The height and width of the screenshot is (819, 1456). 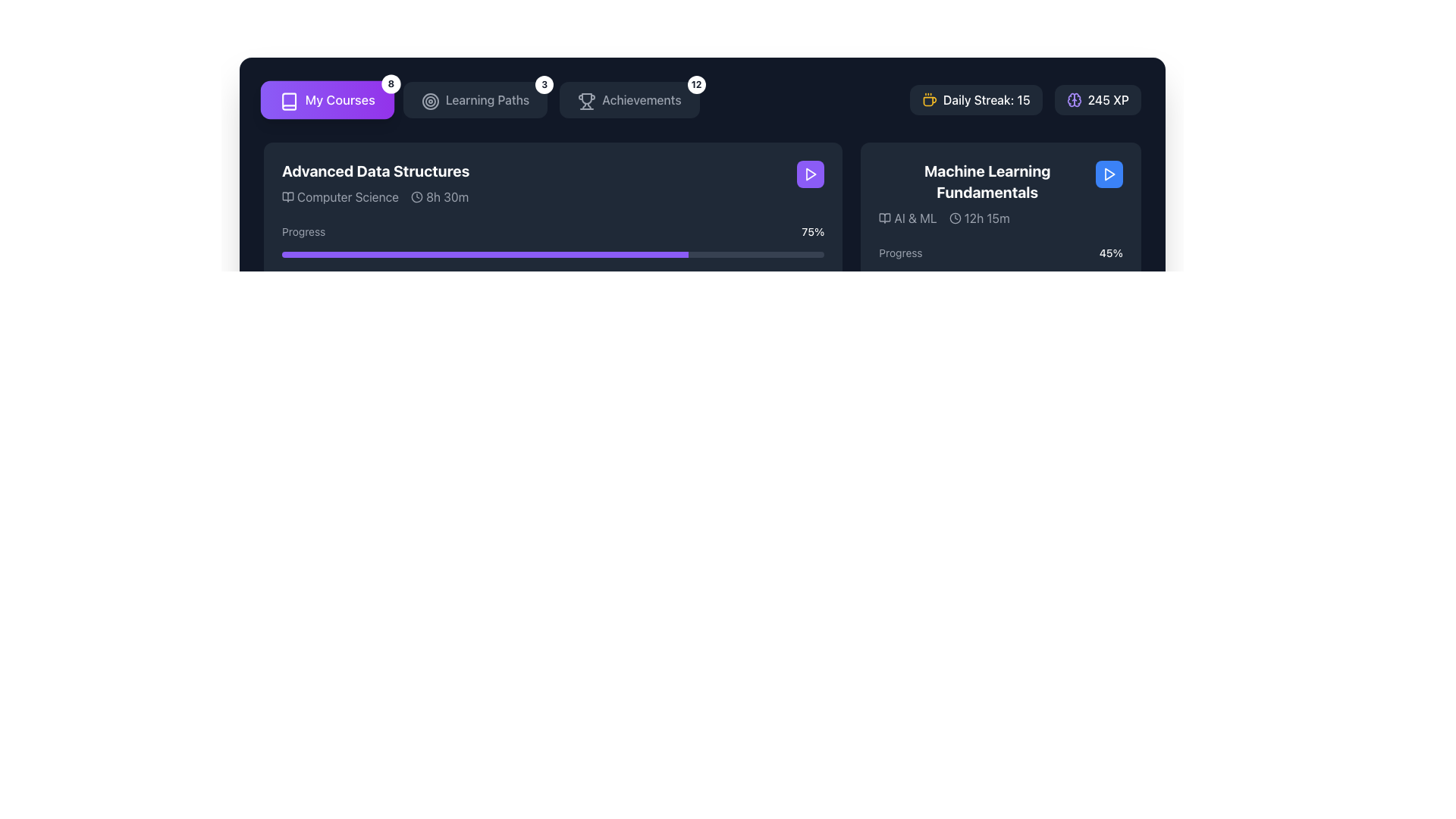 What do you see at coordinates (428, 99) in the screenshot?
I see `the circular target icon located to the left of the 'Learning Paths' text in the header bar` at bounding box center [428, 99].